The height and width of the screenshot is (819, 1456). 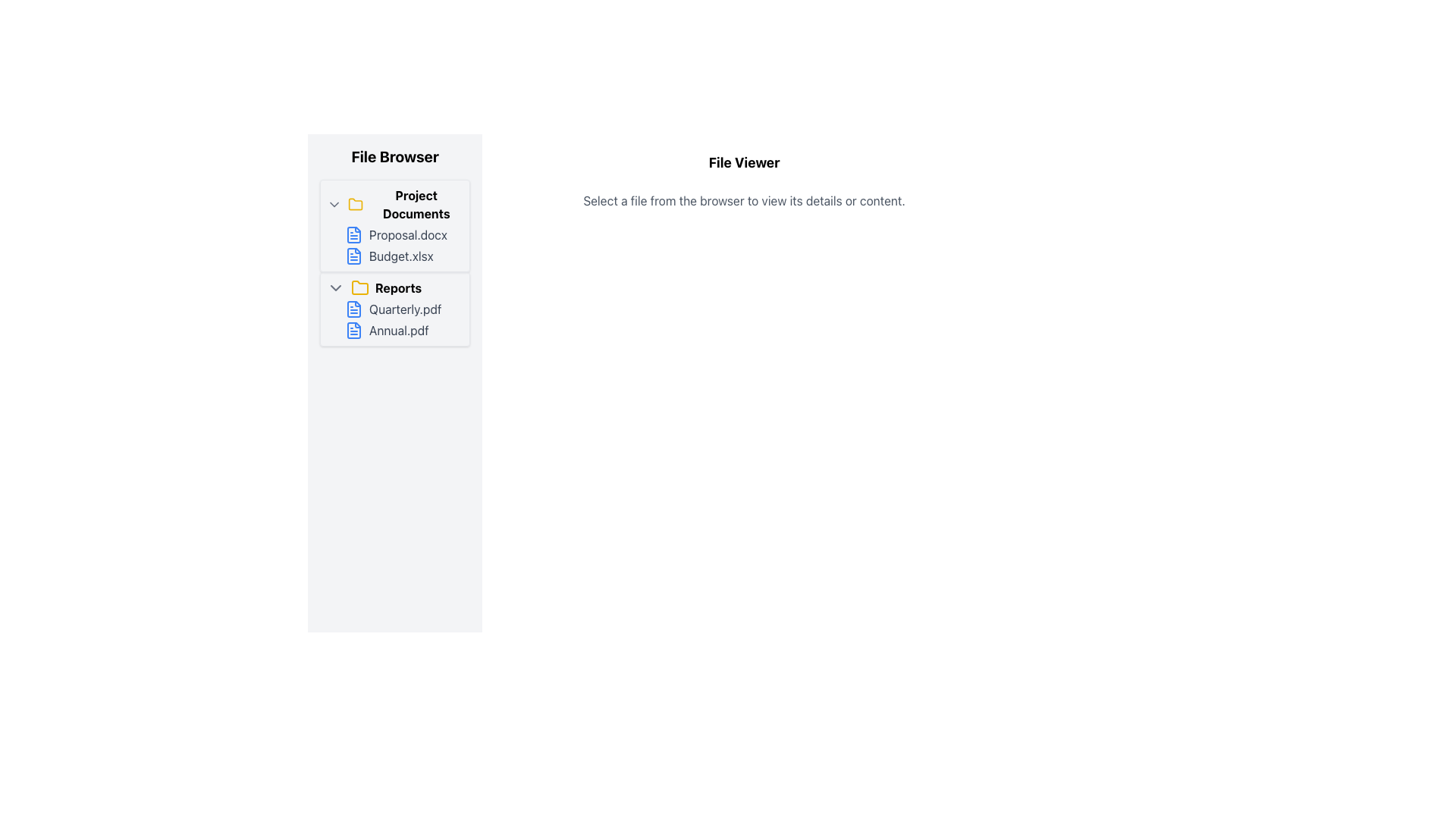 I want to click on the file entry labeled 'Quarterly.pdf' with a blue document icon, so click(x=404, y=309).